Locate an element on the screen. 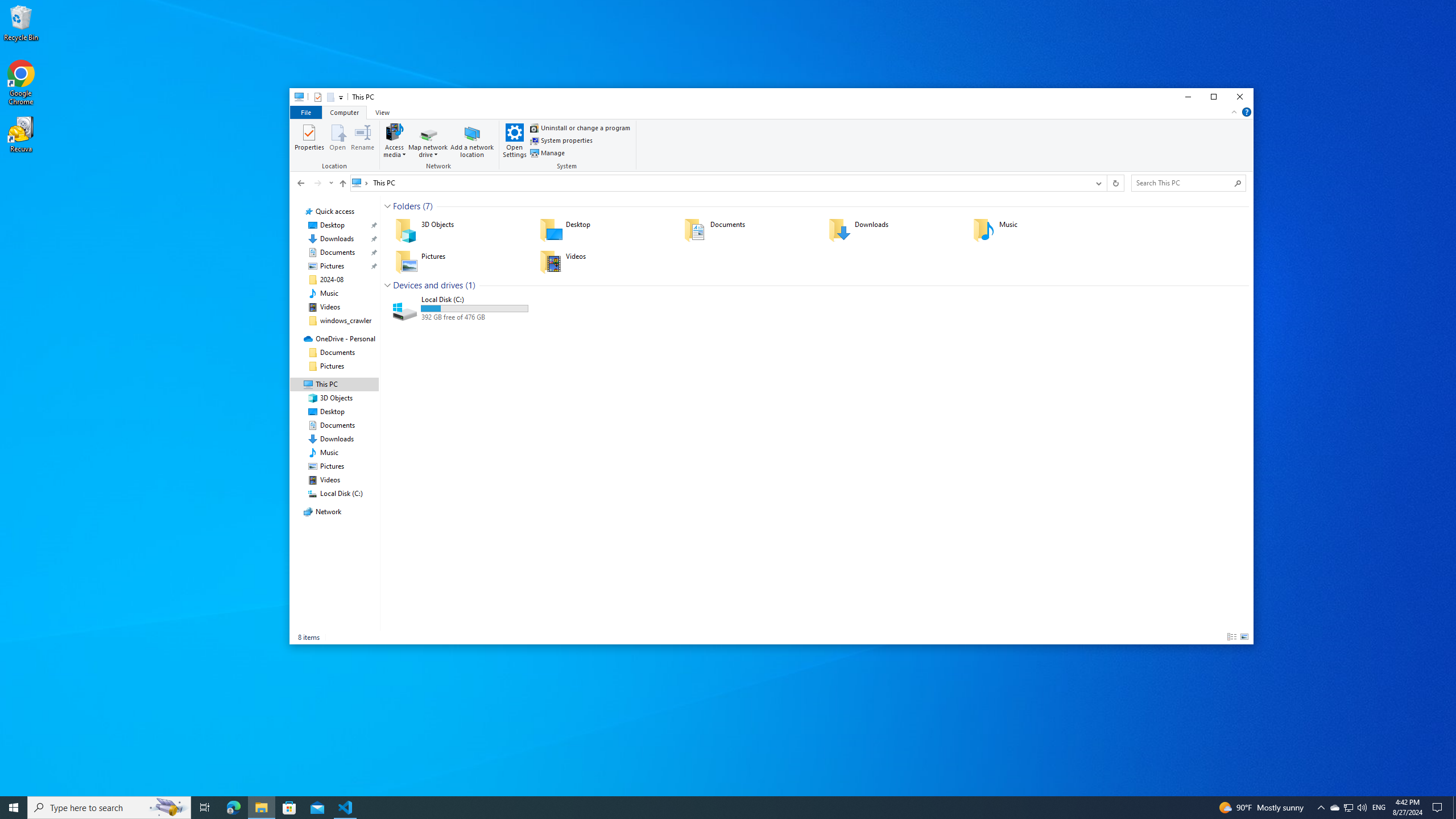  'Previous Locations' is located at coordinates (1097, 183).